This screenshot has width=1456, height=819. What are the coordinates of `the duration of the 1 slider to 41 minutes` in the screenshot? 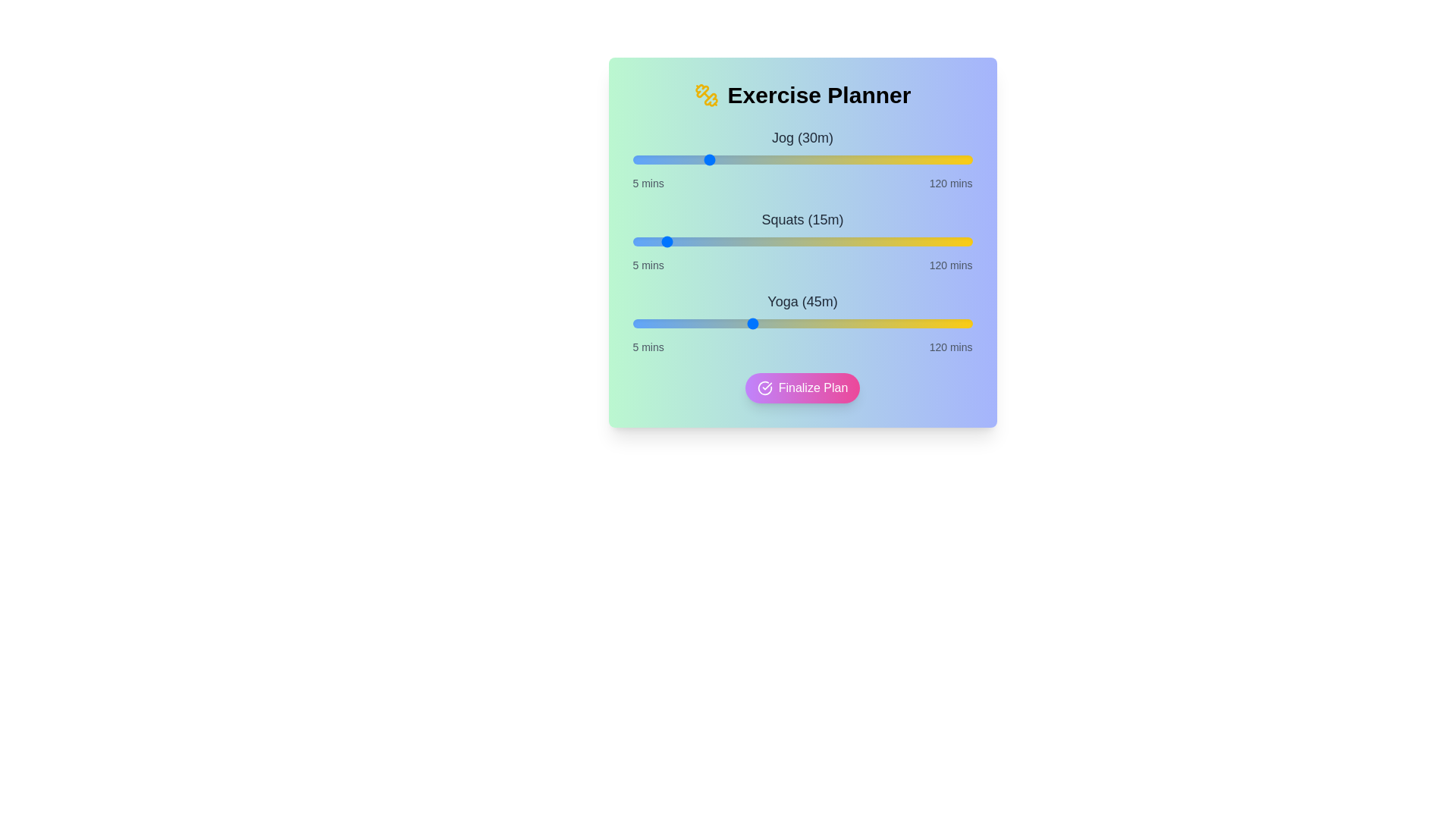 It's located at (739, 241).